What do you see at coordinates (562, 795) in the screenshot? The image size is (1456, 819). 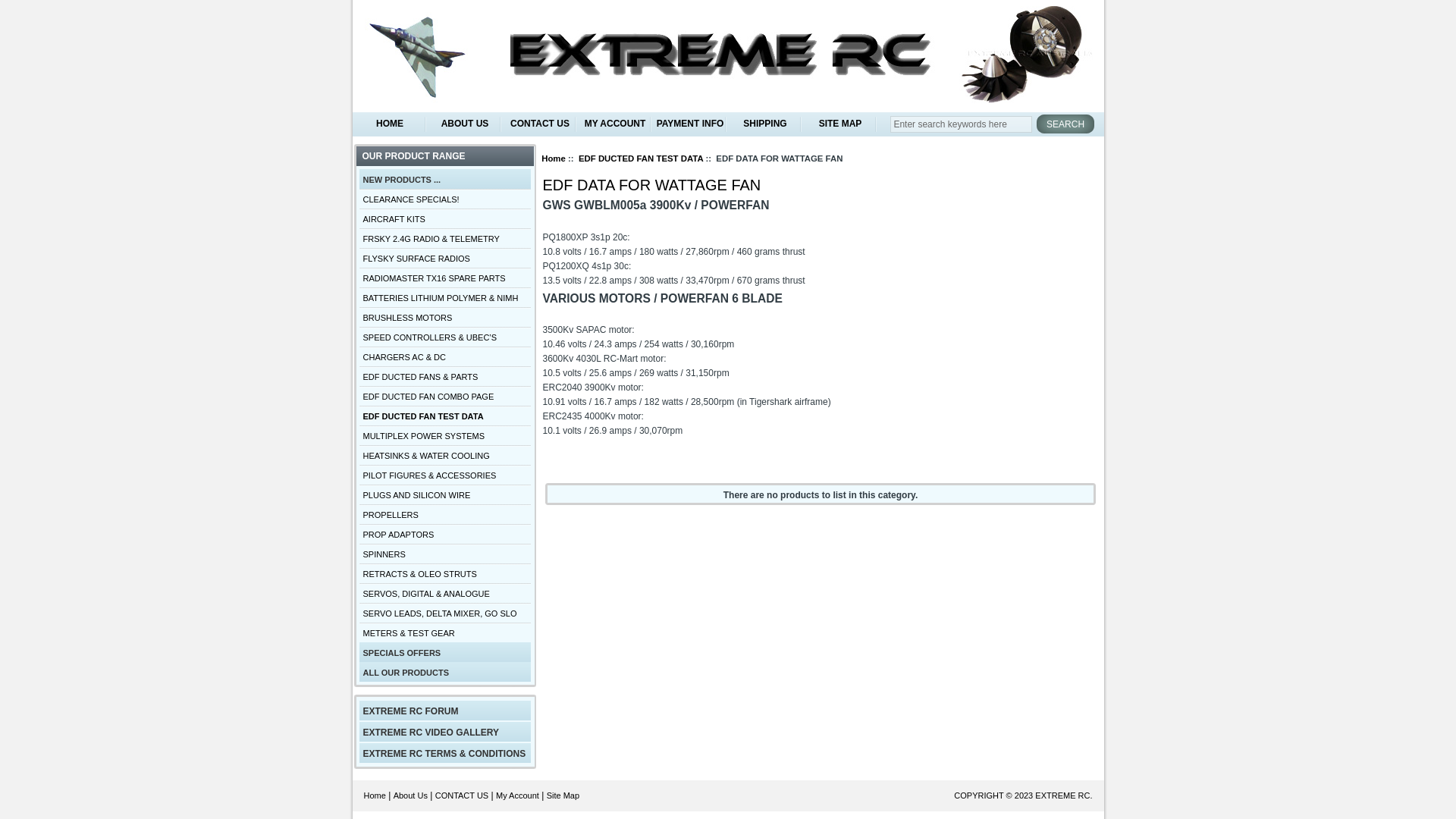 I see `'Site Map'` at bounding box center [562, 795].